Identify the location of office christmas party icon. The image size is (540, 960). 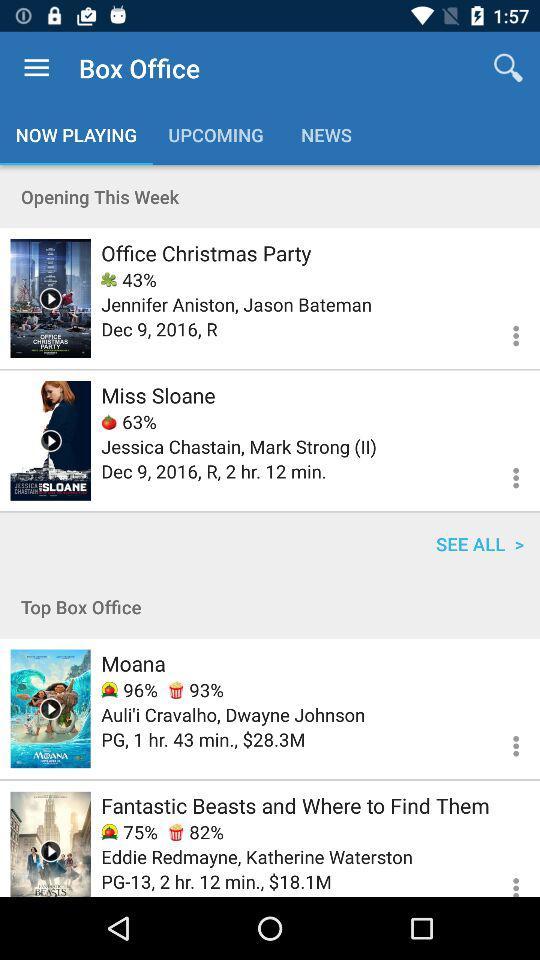
(205, 252).